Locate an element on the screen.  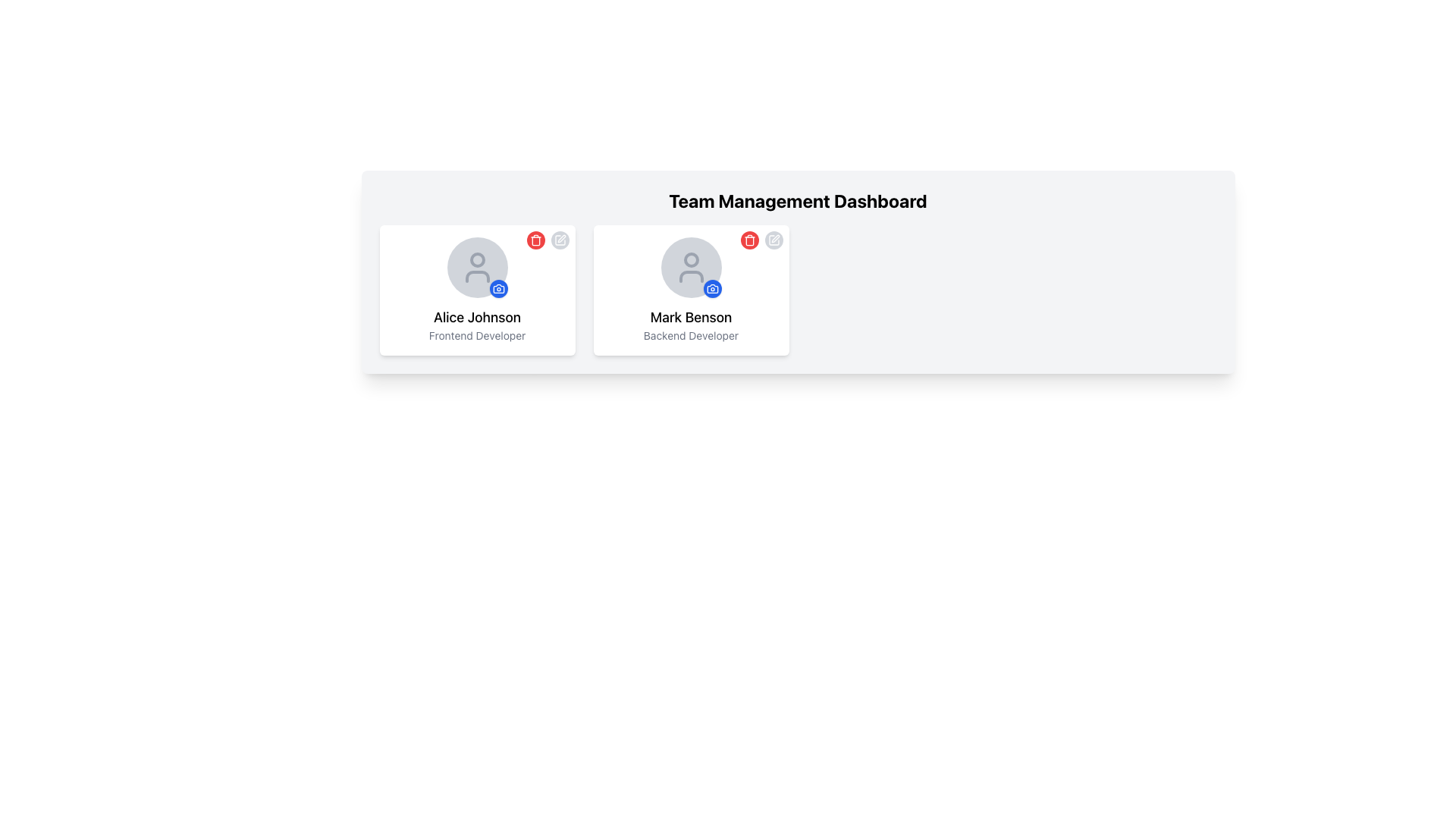
the avatar area of the Profile Card representing user Mark Benson is located at coordinates (690, 290).